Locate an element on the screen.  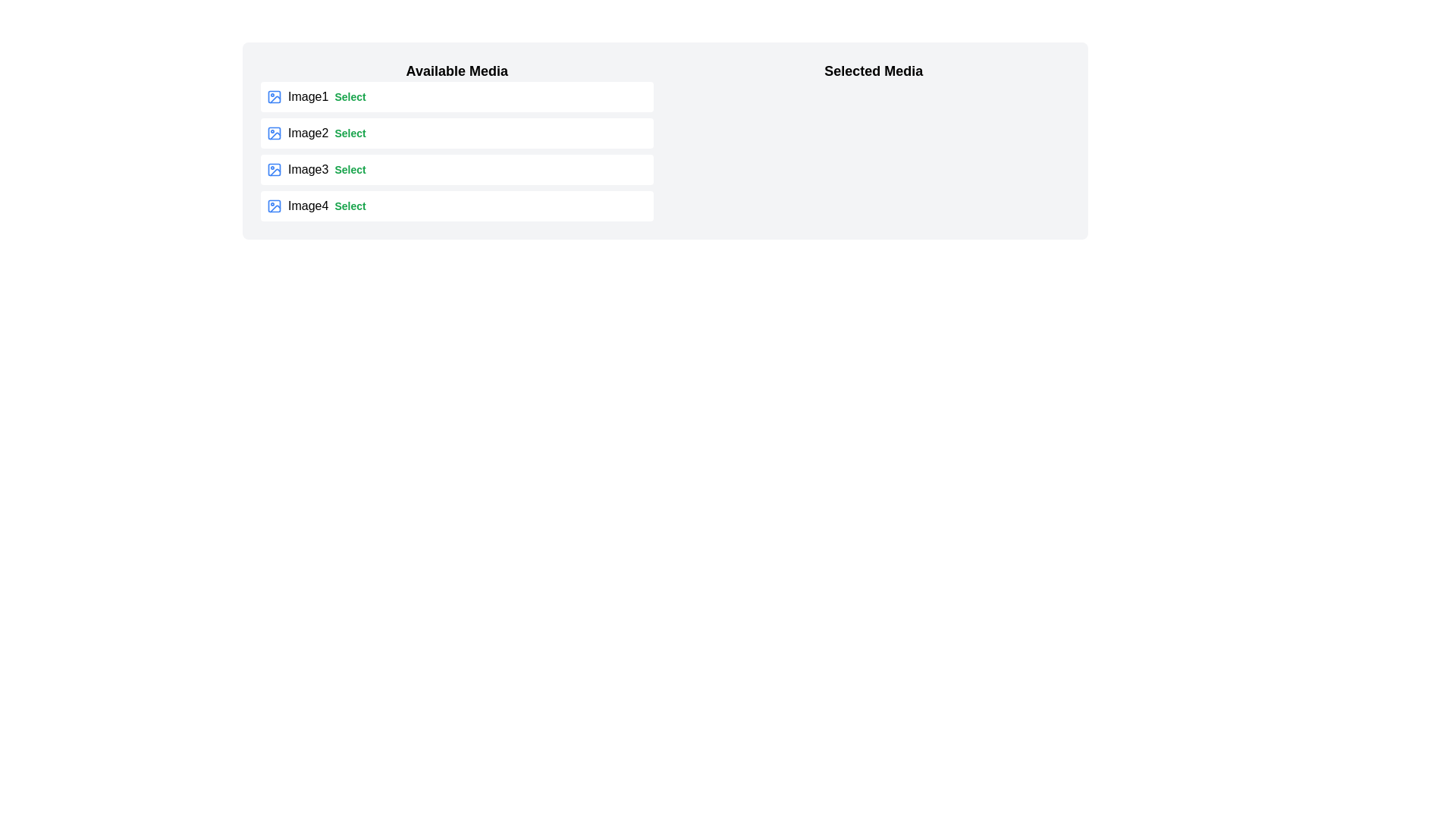
the second Text Label in the 'Available Media' section, which identifies a media item in the list is located at coordinates (307, 133).